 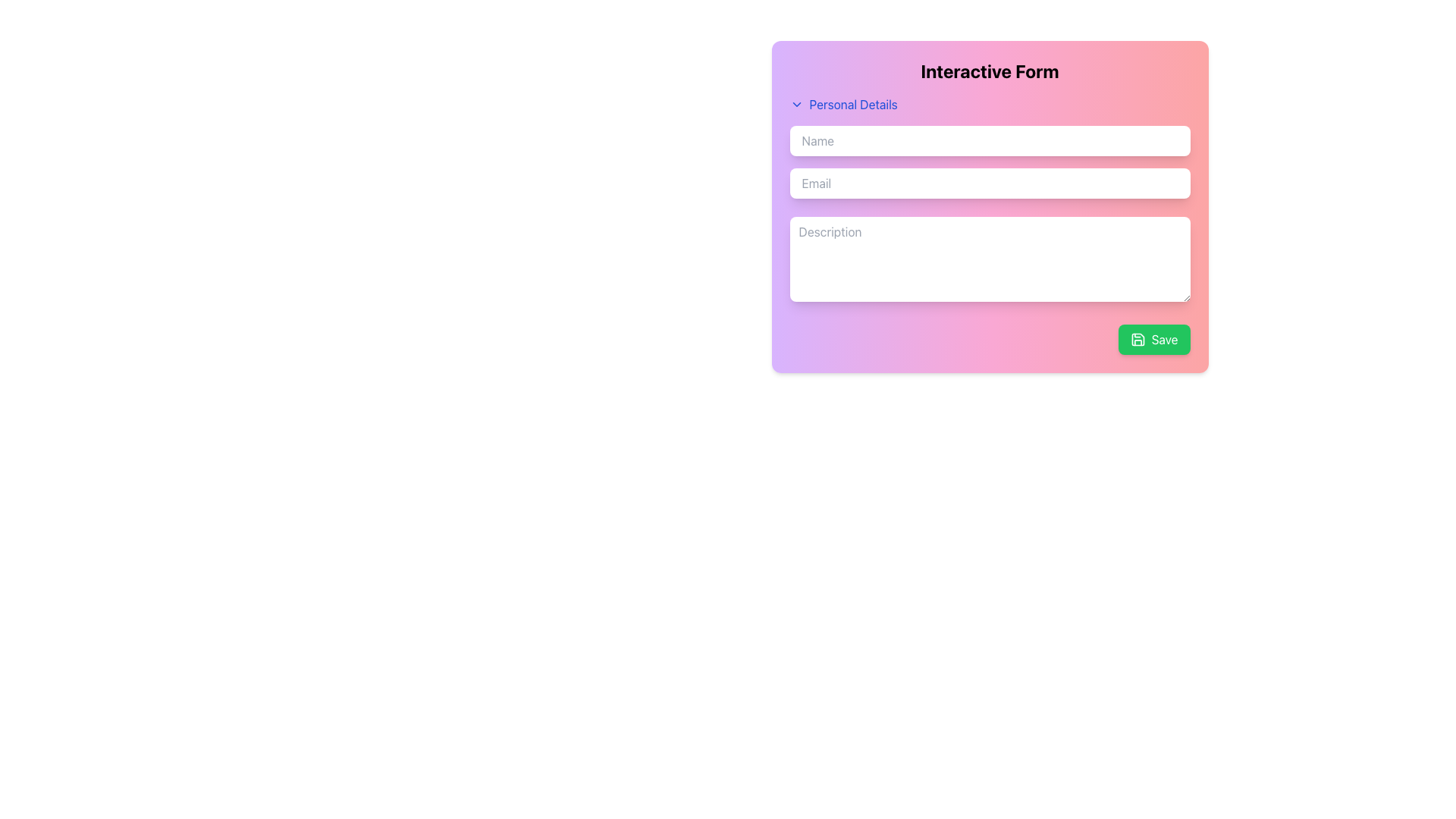 What do you see at coordinates (1137, 338) in the screenshot?
I see `the save icon, which is a line art floppy disk inside a green button labeled 'Save' at the bottom right corner of the pink gradient card interface` at bounding box center [1137, 338].